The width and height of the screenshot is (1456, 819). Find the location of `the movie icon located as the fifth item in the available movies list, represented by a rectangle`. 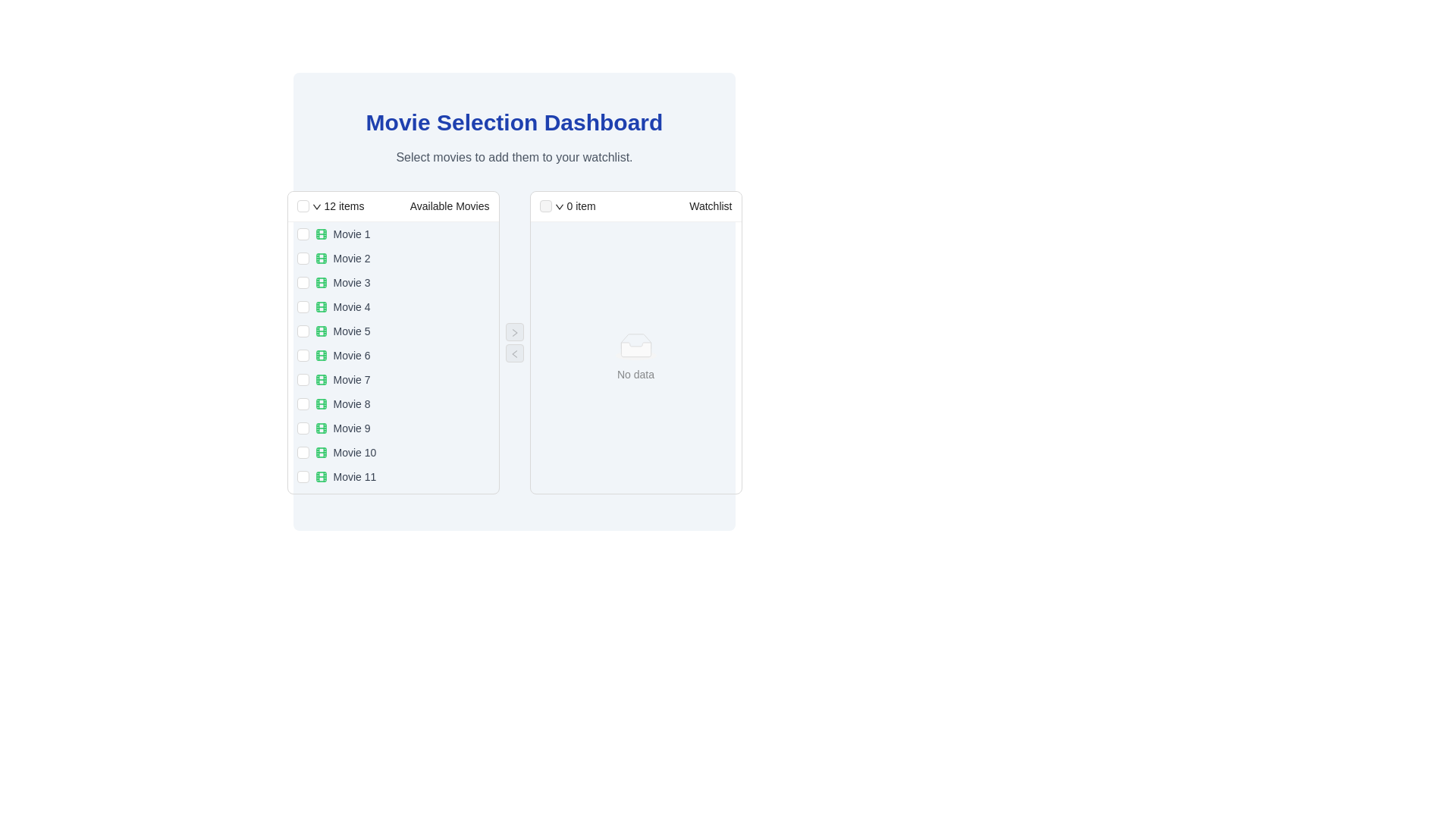

the movie icon located as the fifth item in the available movies list, represented by a rectangle is located at coordinates (320, 330).